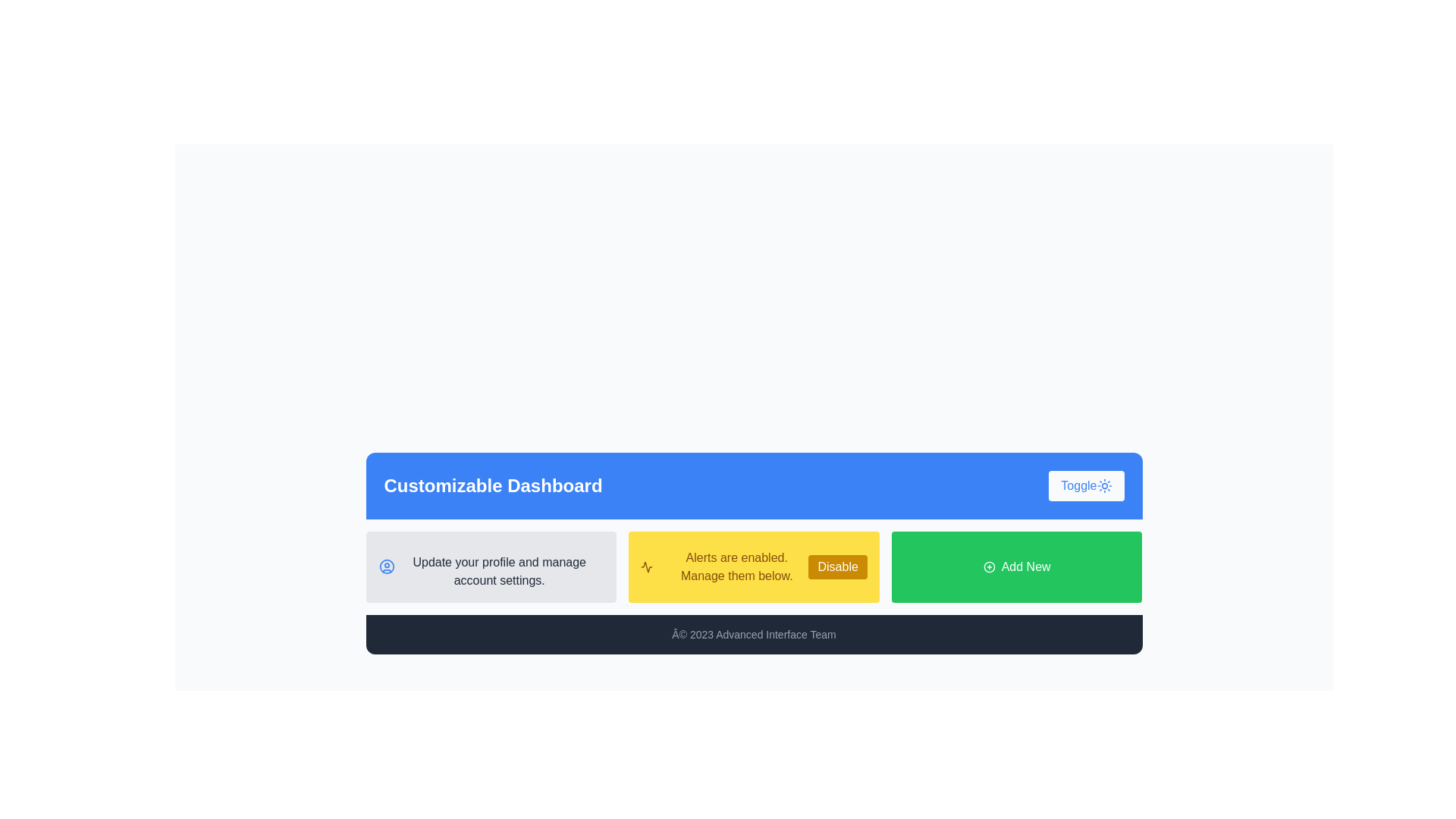 Image resolution: width=1456 pixels, height=819 pixels. I want to click on the green 'Add New' button with white text located at the bottom right of the section, positioned to the right of the yellow 'Disable' button, to invoke the add new functionality, so click(1017, 567).